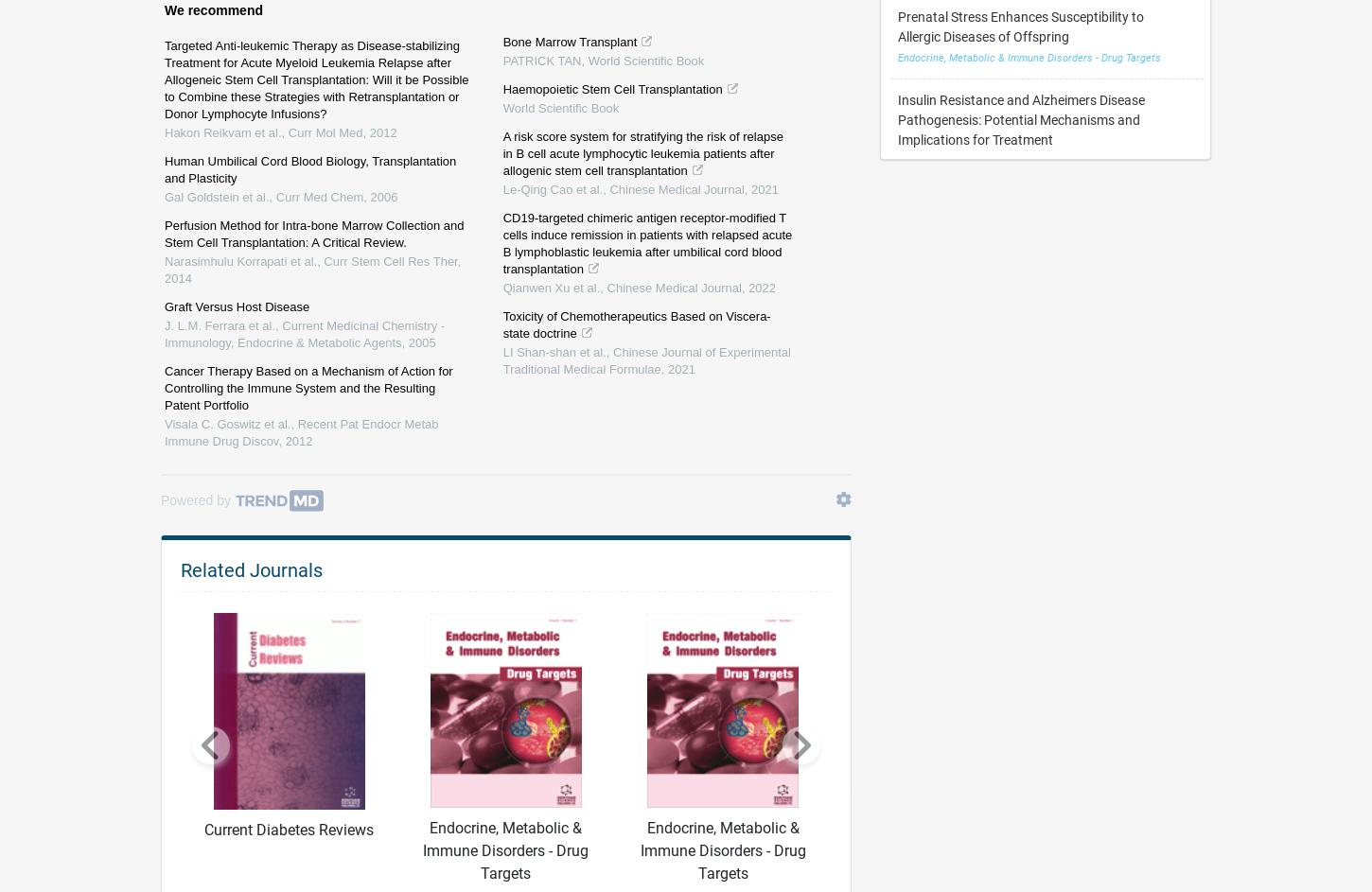 This screenshot has width=1372, height=892. I want to click on 'Current Alzheimer Research', so click(897, 742).